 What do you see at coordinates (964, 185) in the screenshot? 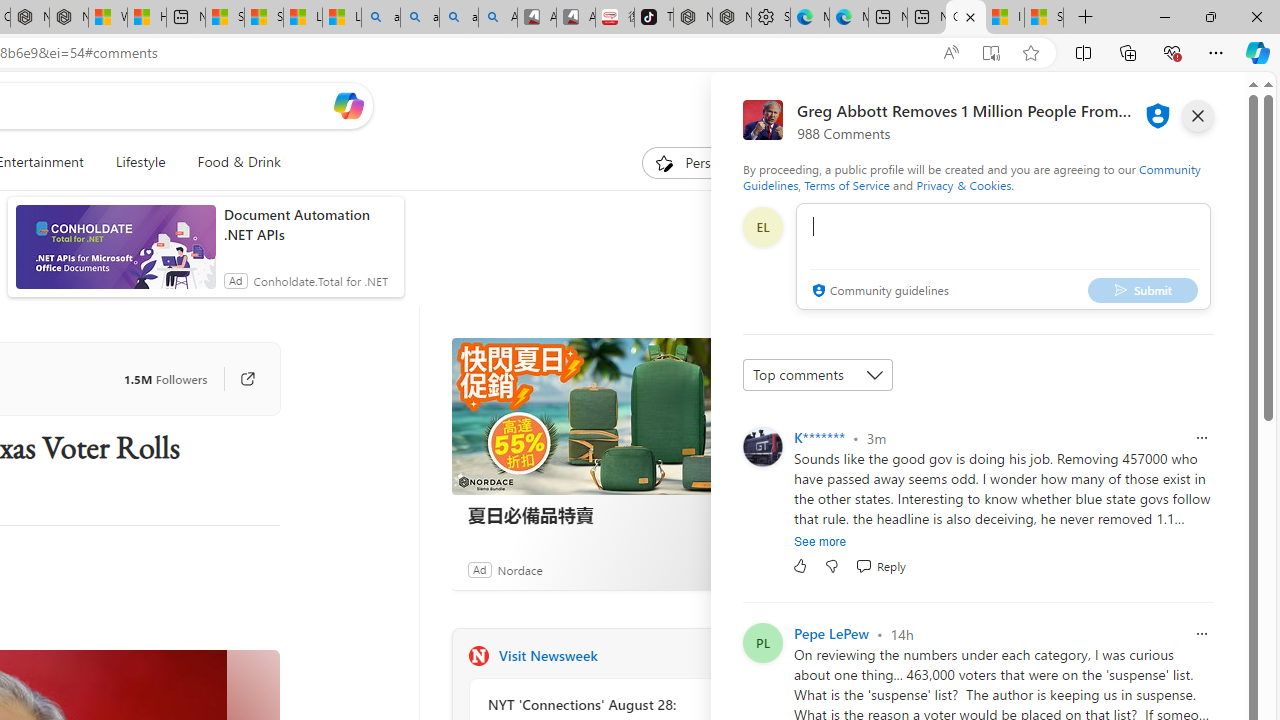
I see `'Privacy & Cookies'` at bounding box center [964, 185].